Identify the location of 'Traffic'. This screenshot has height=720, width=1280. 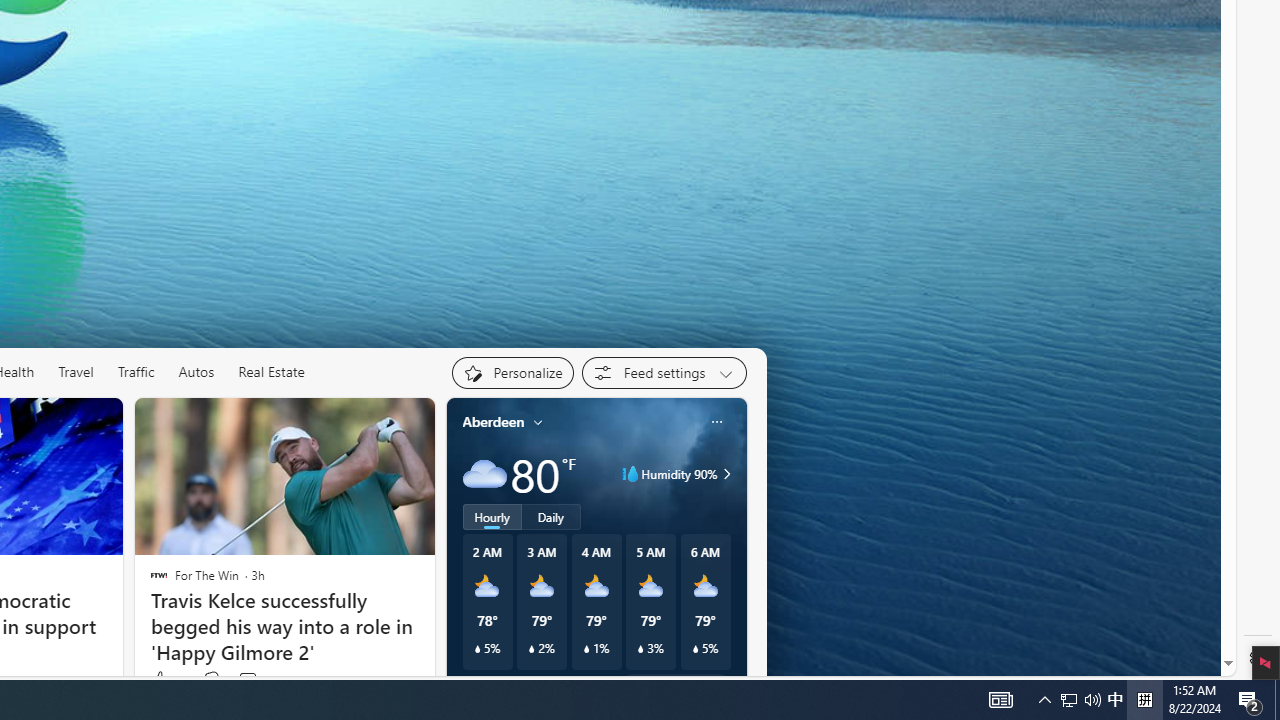
(135, 371).